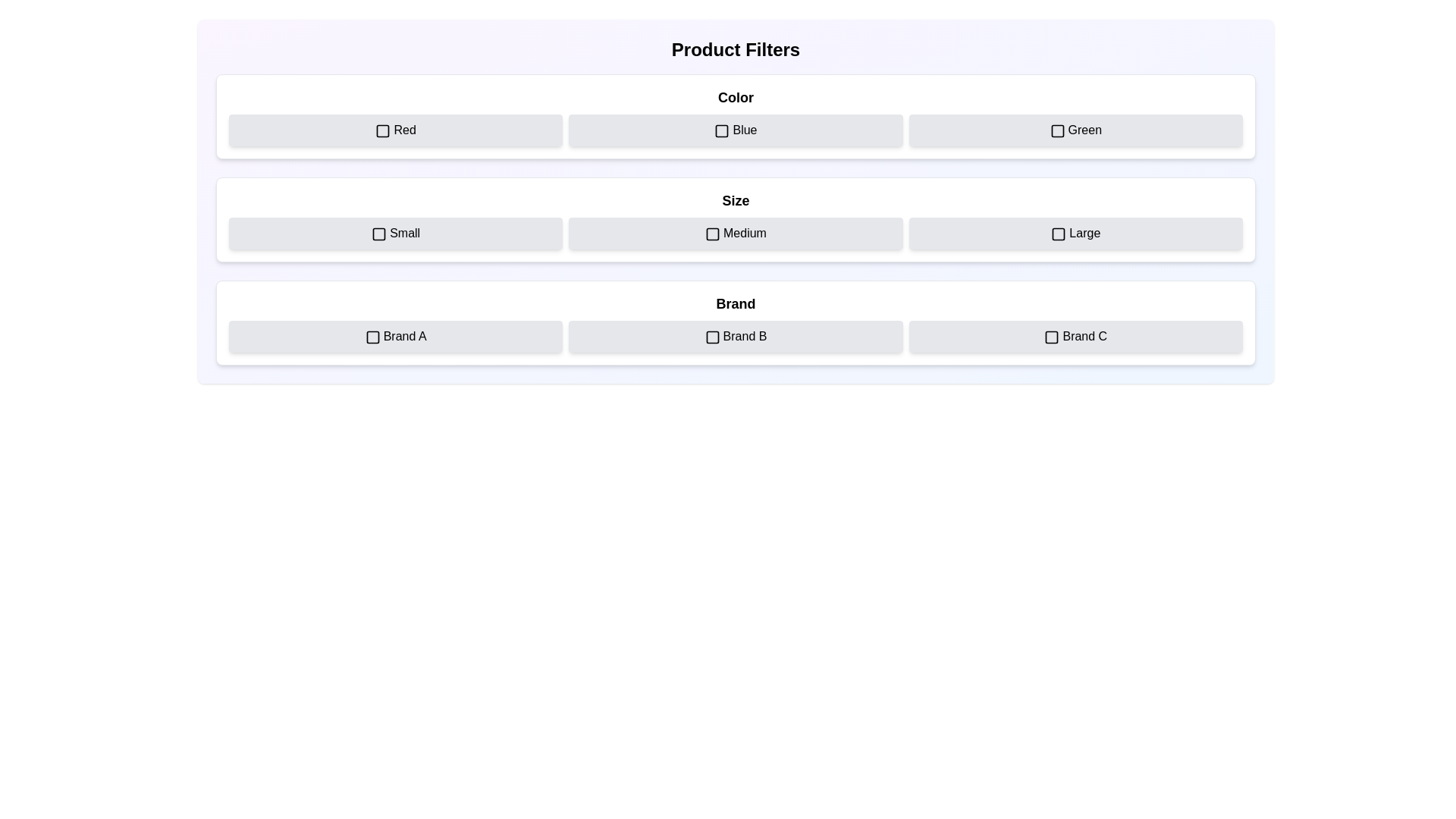  I want to click on the Button Group with Labels containing 'Brand A', 'Brand B', and 'Brand C', so click(736, 335).